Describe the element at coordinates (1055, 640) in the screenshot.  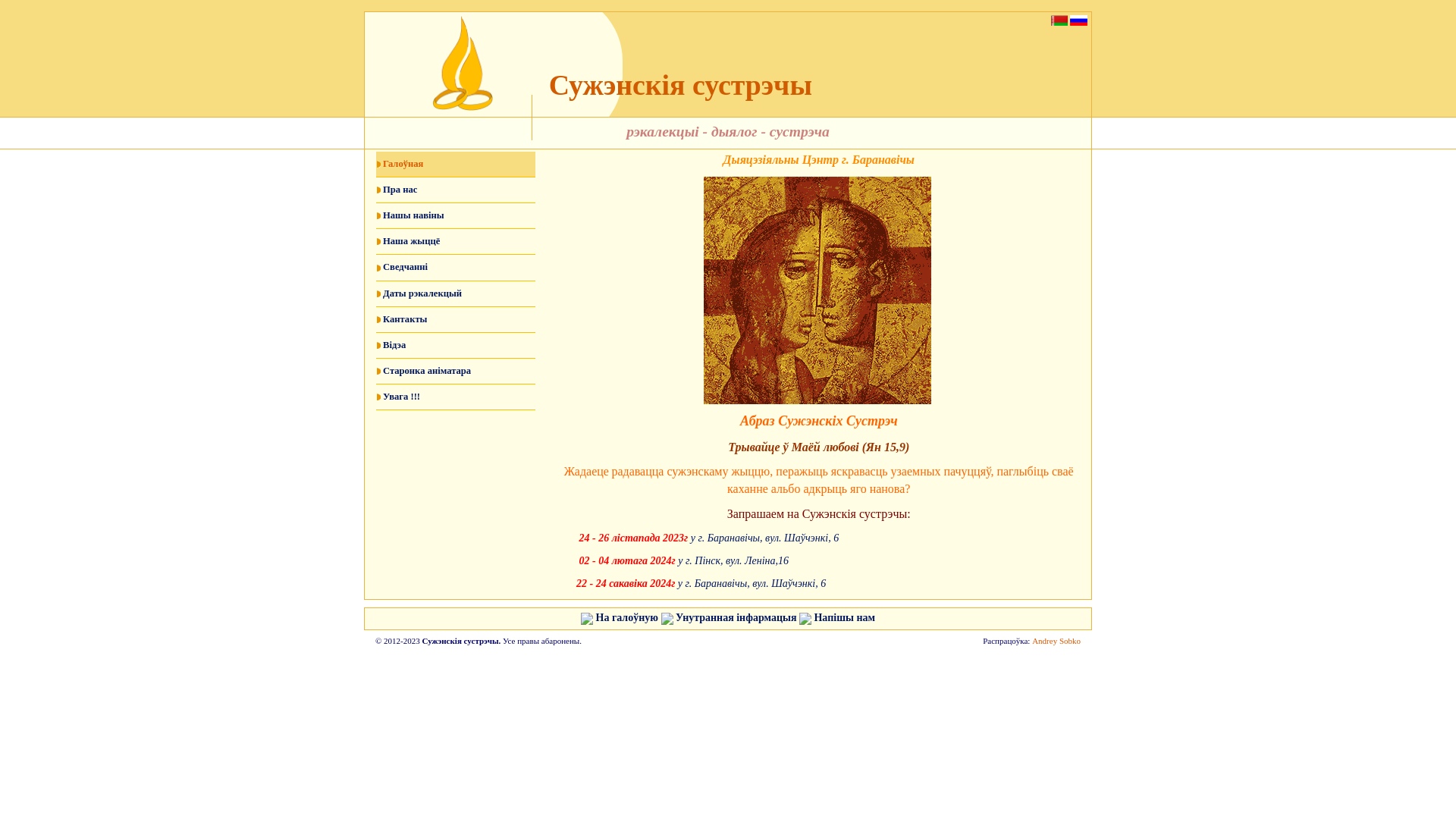
I see `'Andrey Sobko'` at that location.